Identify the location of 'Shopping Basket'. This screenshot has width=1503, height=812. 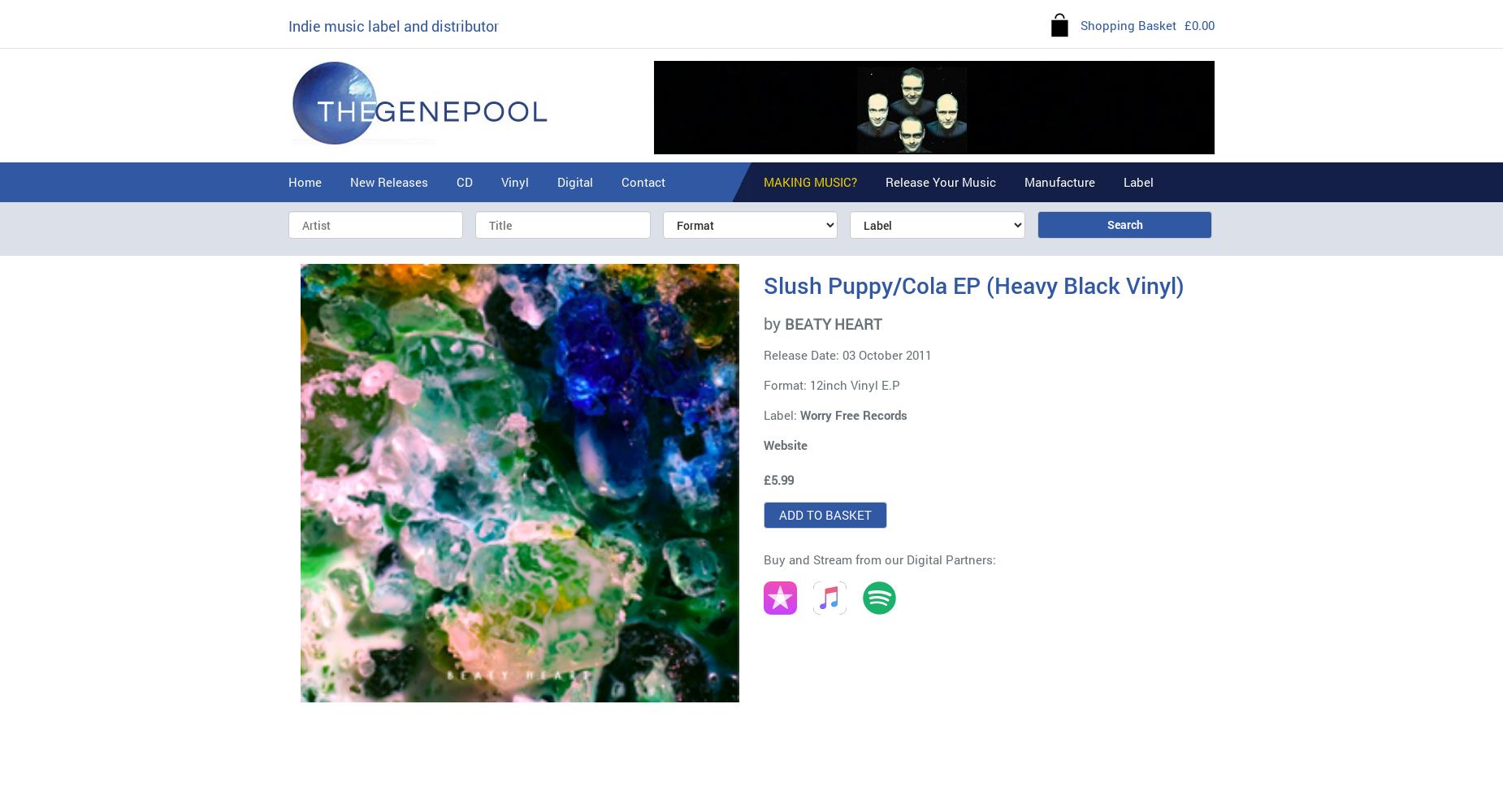
(1128, 25).